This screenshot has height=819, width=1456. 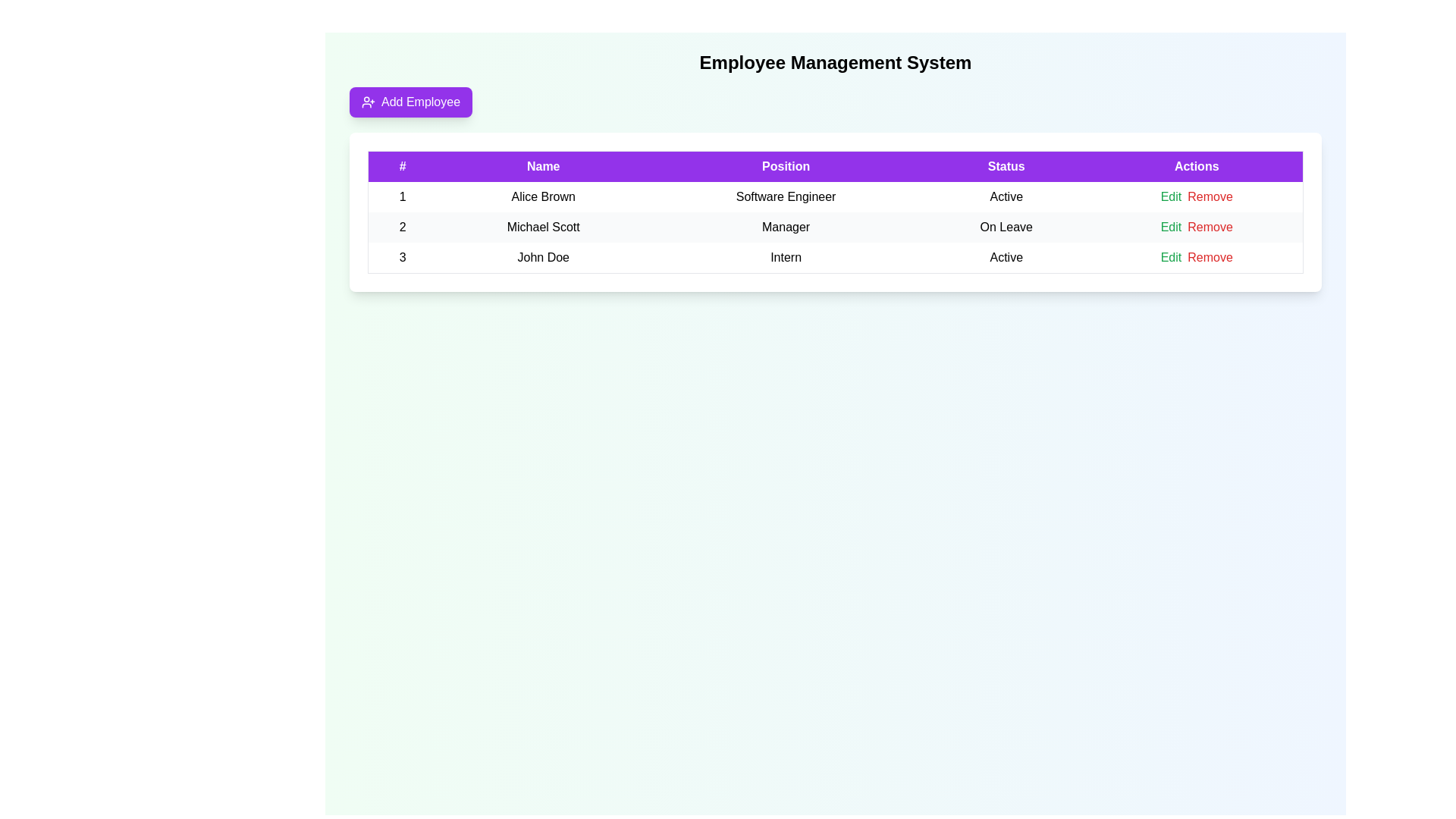 I want to click on the 'Remove' link styled as a button located in the second row of the table under the 'Actions' column, so click(x=1210, y=227).